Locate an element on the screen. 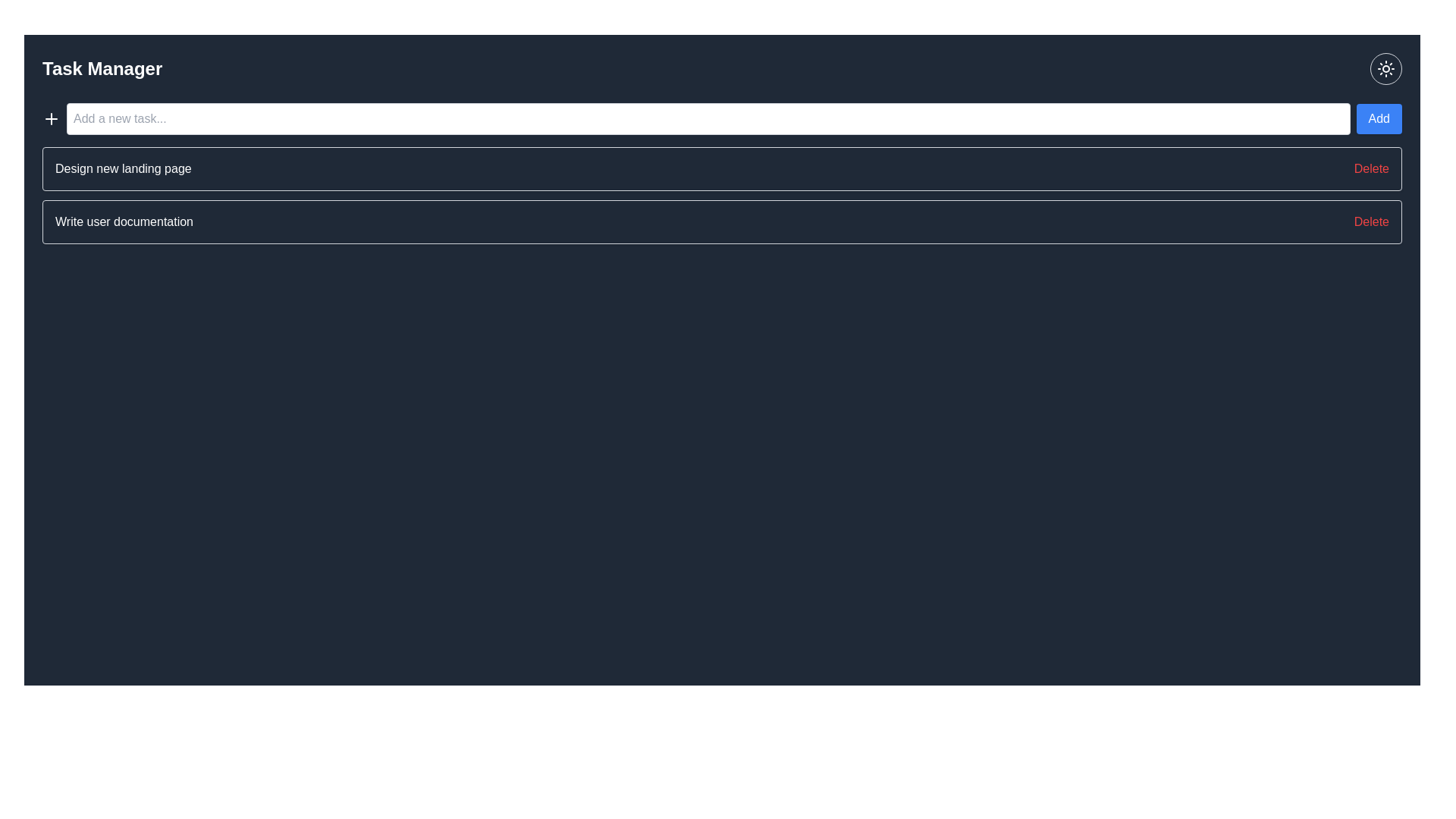  the input field or button in the horizontal layout of the task manager to receive visual feedback is located at coordinates (721, 118).